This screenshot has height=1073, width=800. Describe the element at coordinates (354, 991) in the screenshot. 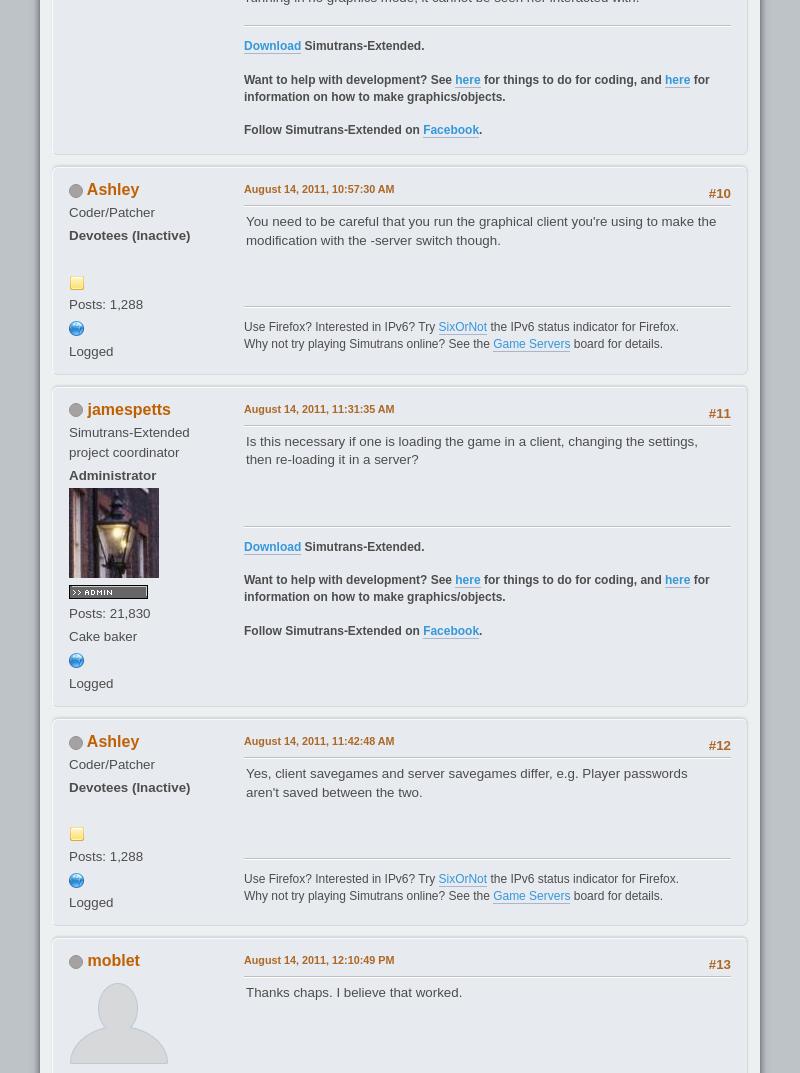

I see `'Thanks chaps. I believe that worked.'` at that location.